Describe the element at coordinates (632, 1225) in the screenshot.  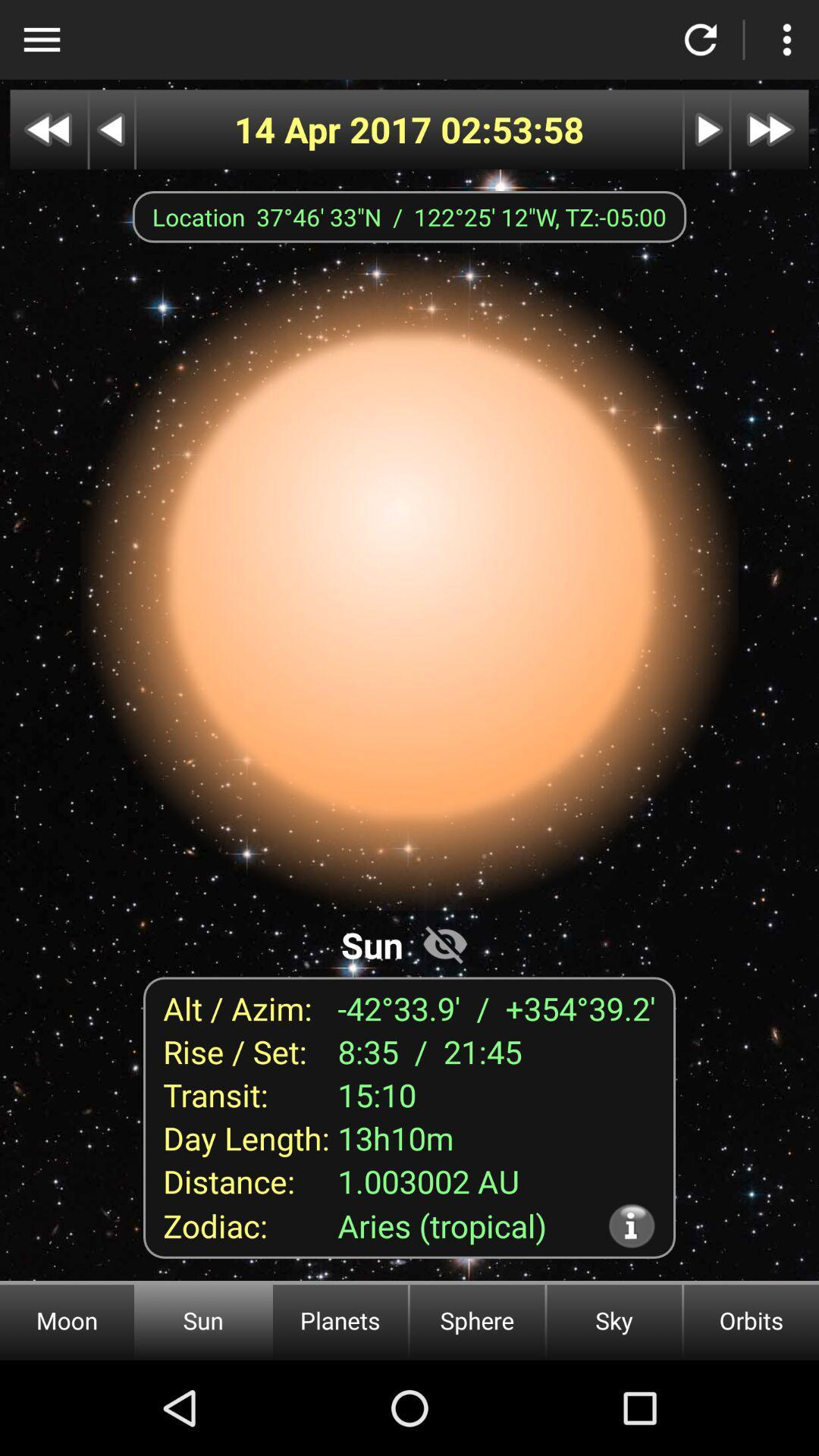
I see `icon below 1.003002 au` at that location.